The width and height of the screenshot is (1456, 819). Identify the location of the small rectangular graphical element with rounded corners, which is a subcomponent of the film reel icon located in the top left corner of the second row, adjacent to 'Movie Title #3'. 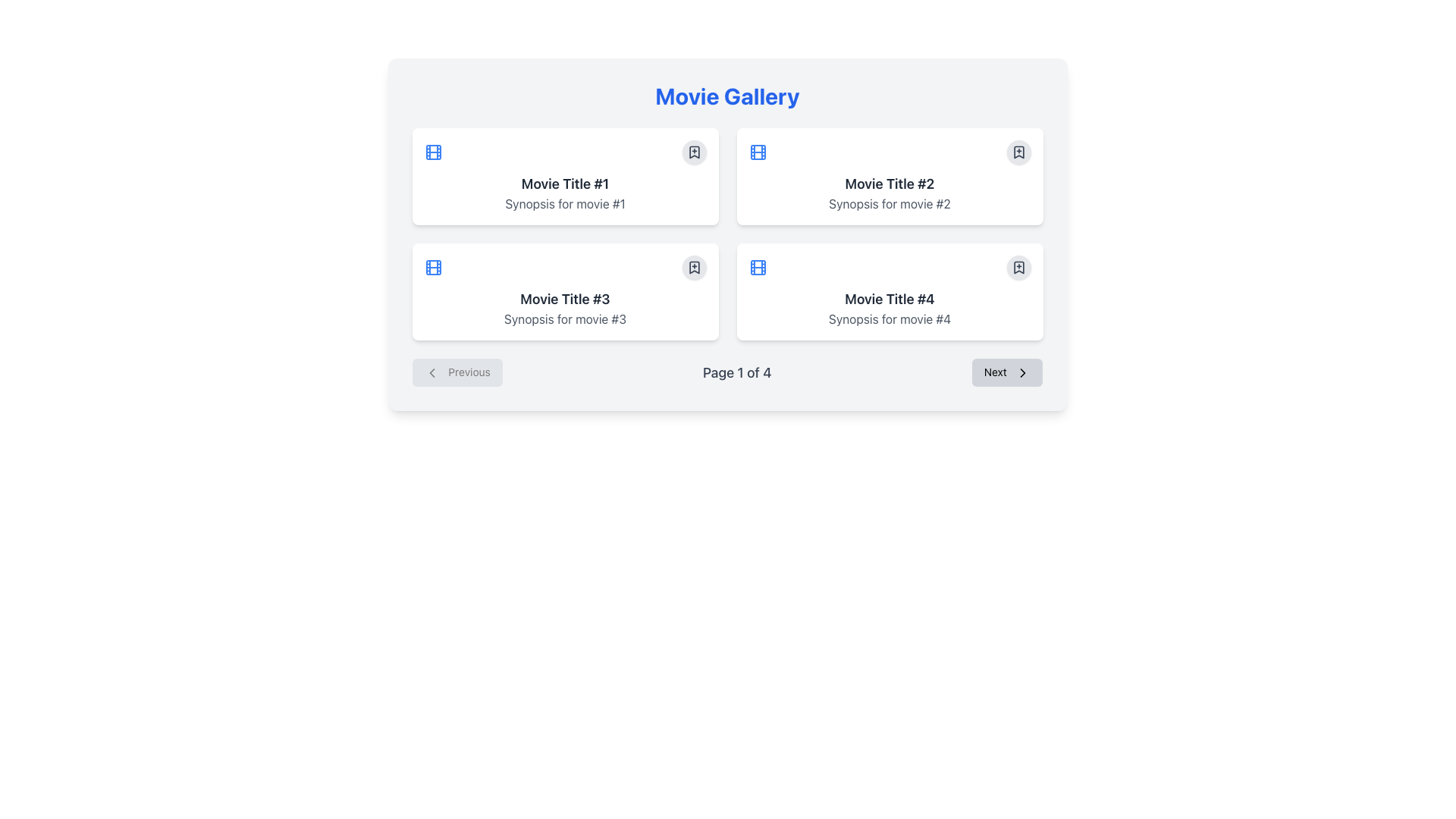
(432, 267).